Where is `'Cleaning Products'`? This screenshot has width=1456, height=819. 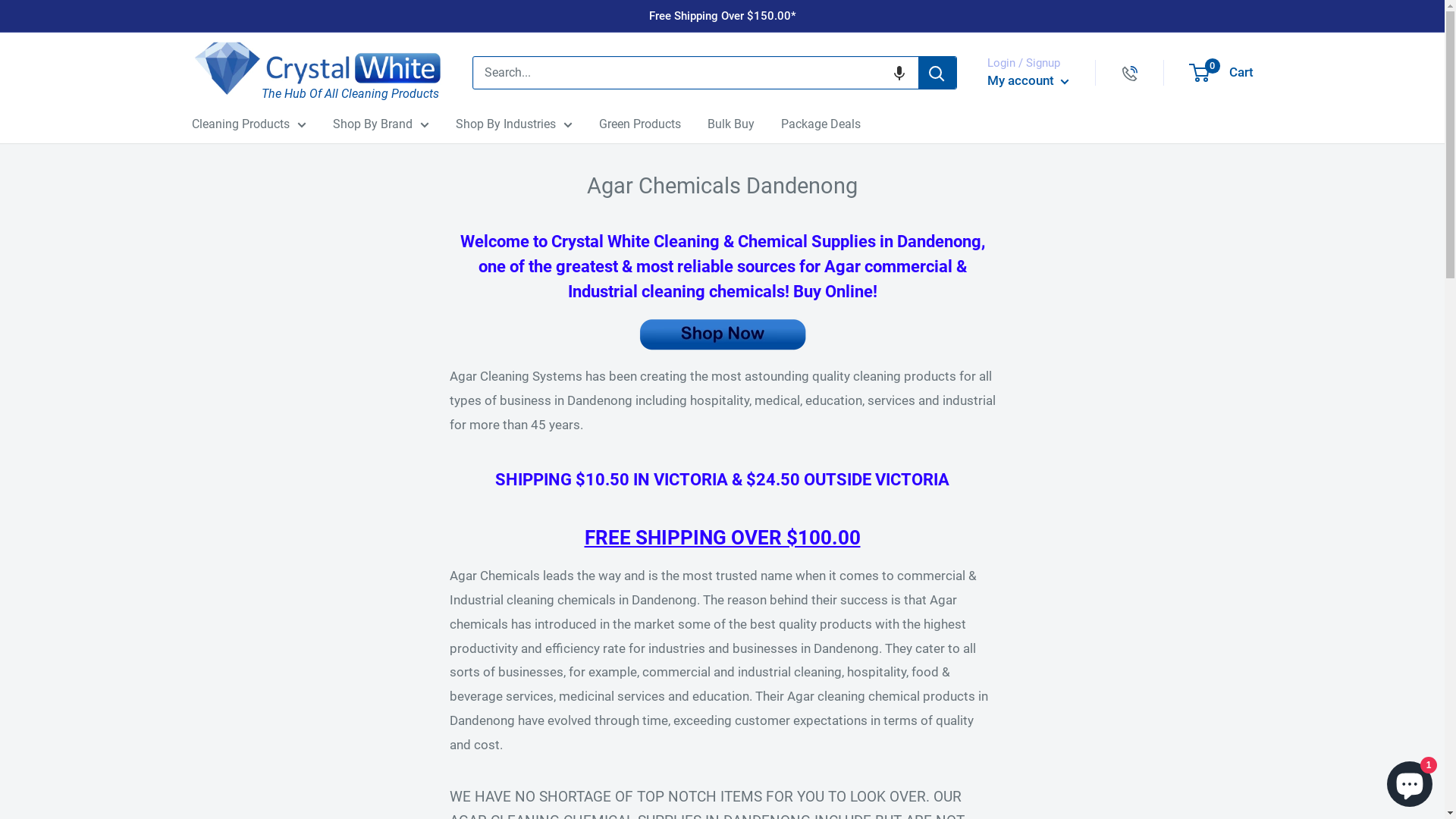 'Cleaning Products' is located at coordinates (248, 124).